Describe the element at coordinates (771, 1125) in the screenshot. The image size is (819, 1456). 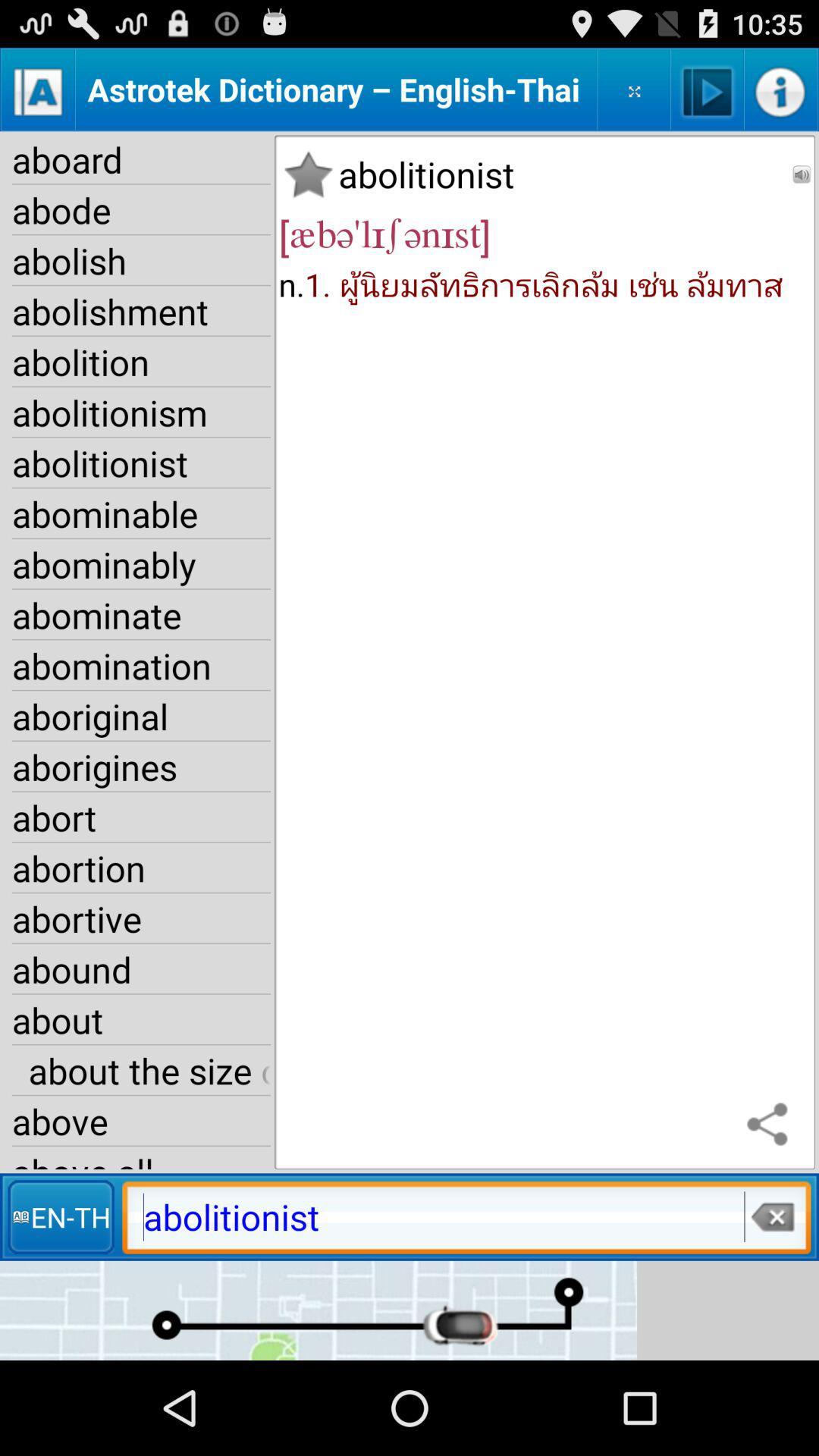
I see `icon above abolitionist item` at that location.